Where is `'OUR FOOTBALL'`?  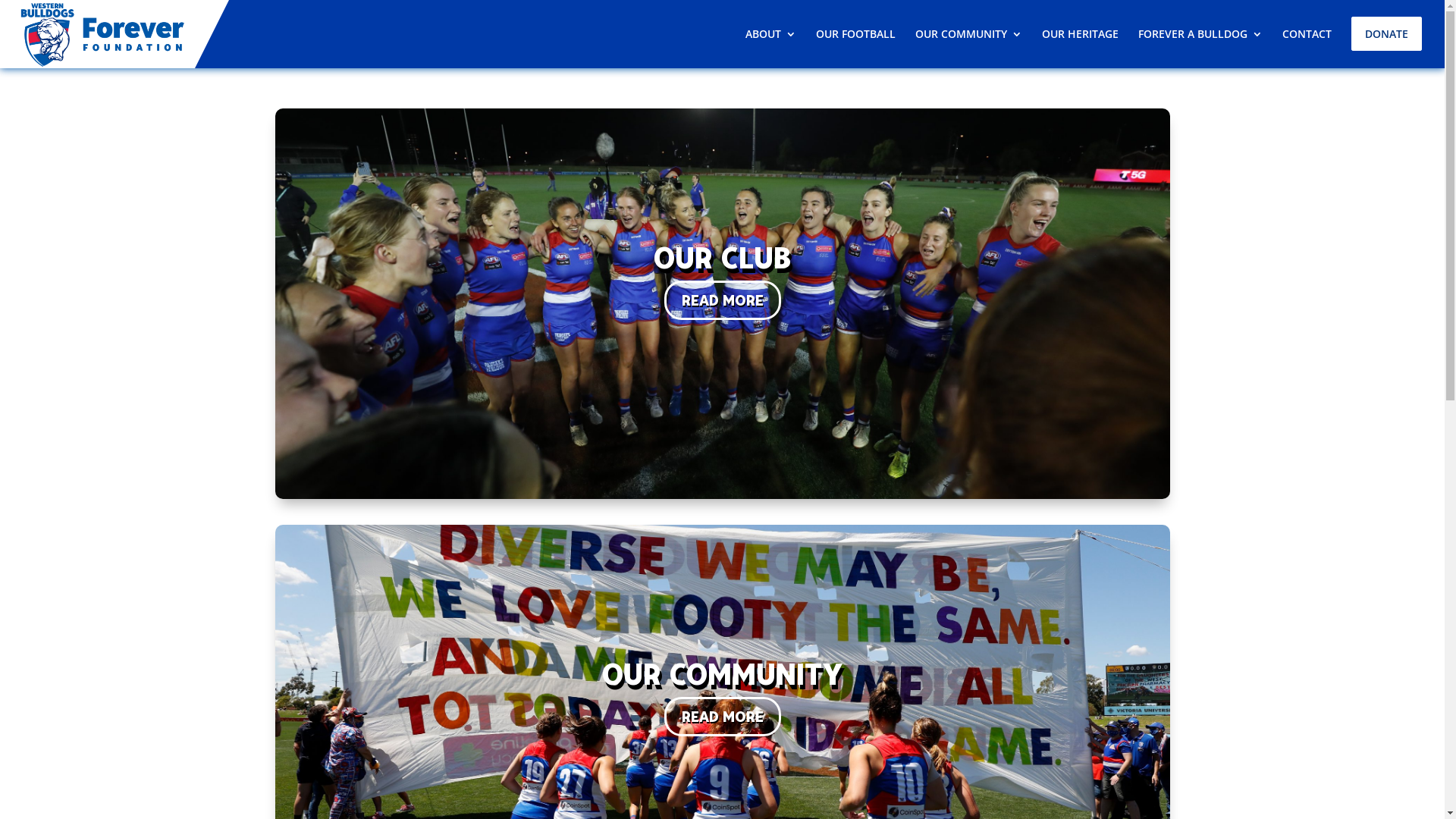 'OUR FOOTBALL' is located at coordinates (855, 35).